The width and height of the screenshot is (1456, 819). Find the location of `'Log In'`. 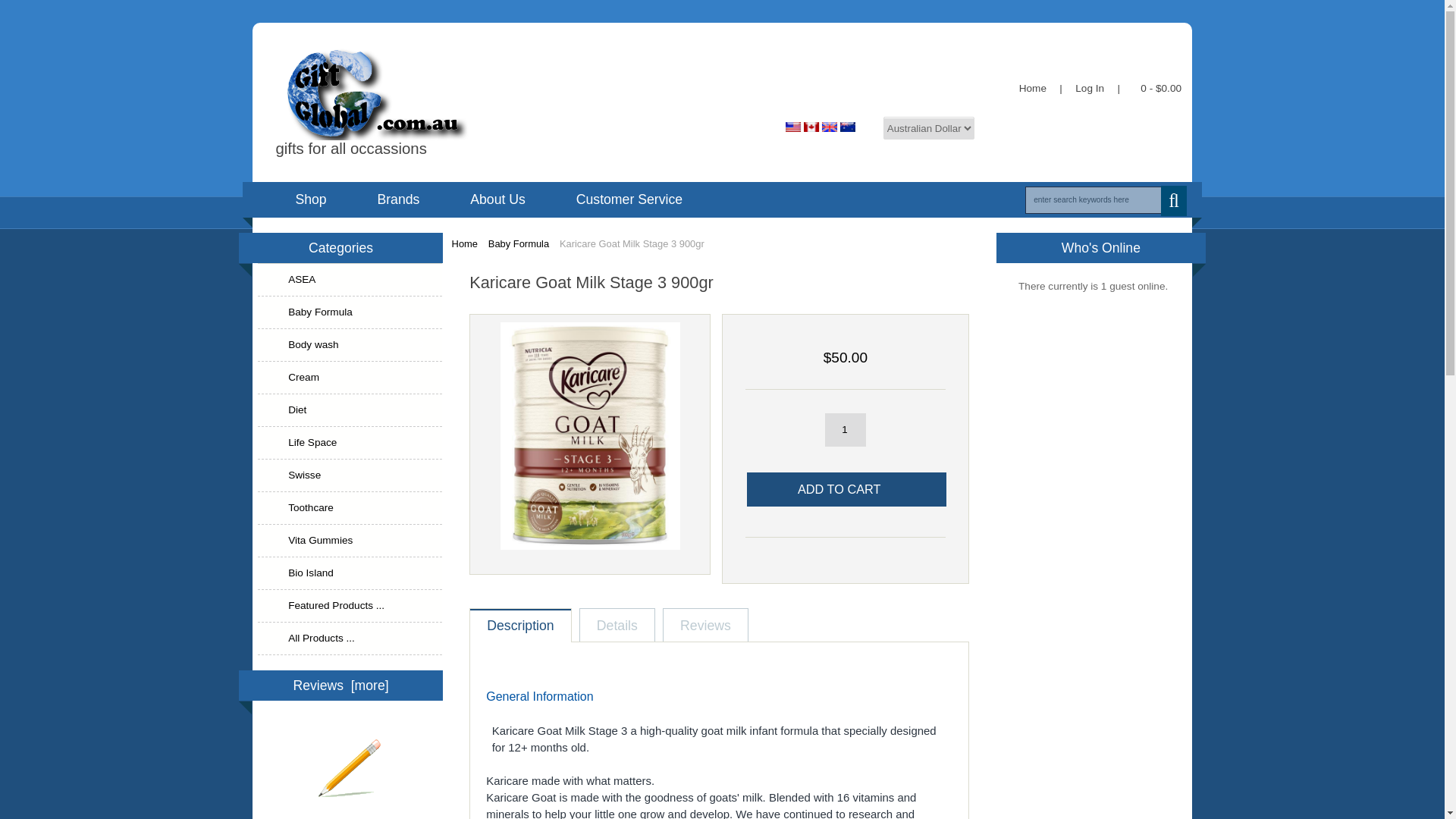

'Log In' is located at coordinates (1089, 88).